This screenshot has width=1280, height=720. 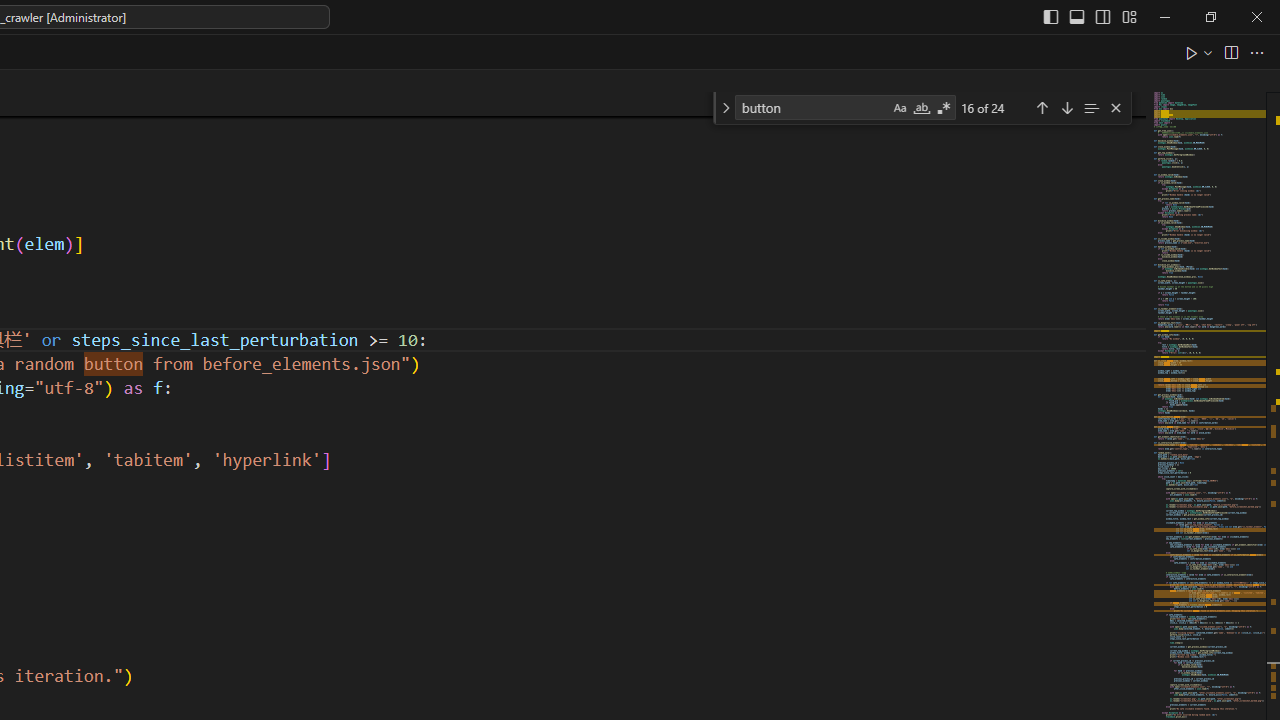 What do you see at coordinates (1065, 107) in the screenshot?
I see `'Next Match (Enter)'` at bounding box center [1065, 107].